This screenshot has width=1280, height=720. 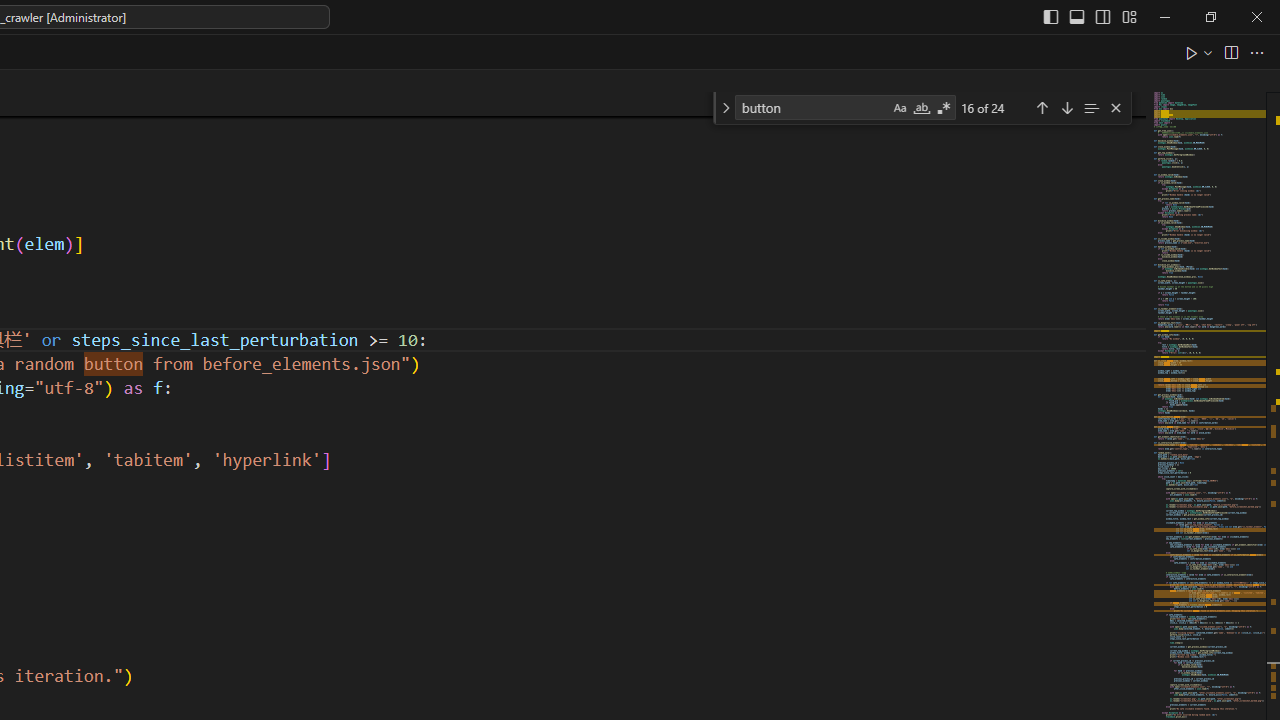 What do you see at coordinates (1065, 107) in the screenshot?
I see `'Next Match (Enter)'` at bounding box center [1065, 107].